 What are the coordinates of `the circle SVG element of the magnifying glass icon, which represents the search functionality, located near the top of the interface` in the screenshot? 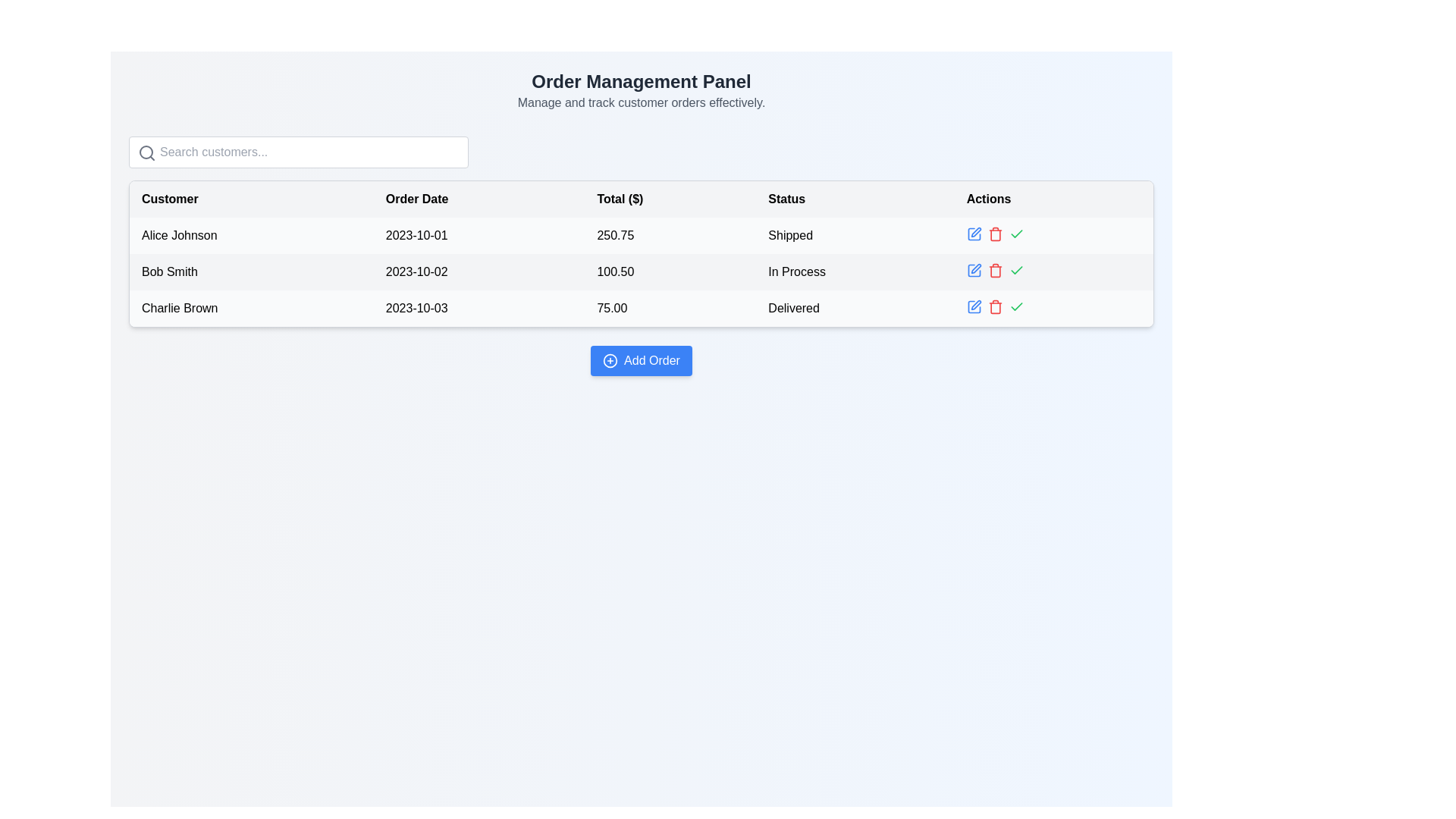 It's located at (146, 152).